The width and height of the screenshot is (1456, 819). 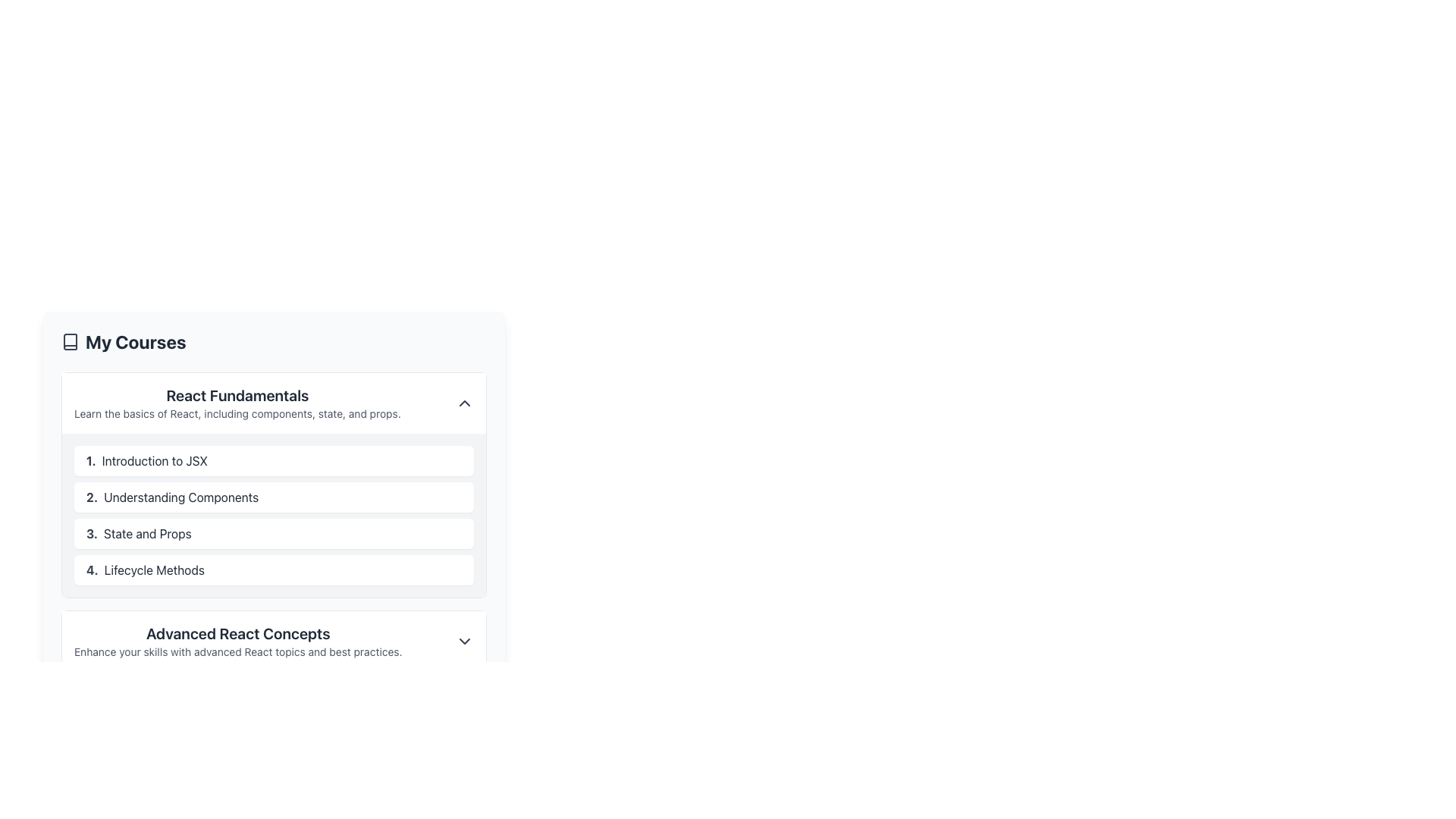 I want to click on the 'Advanced React Concepts' expandable list item, so click(x=274, y=641).